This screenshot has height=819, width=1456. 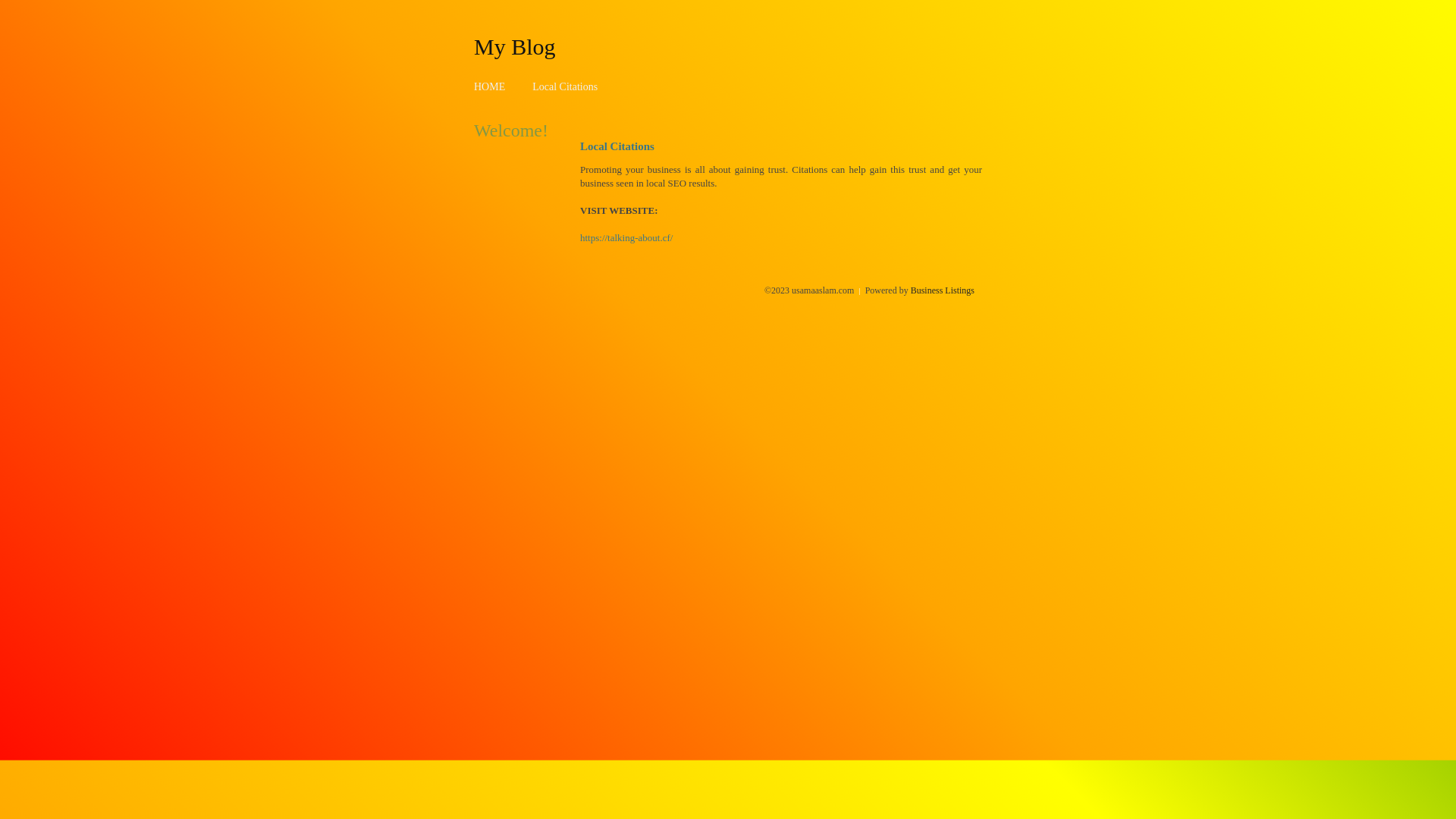 What do you see at coordinates (942, 290) in the screenshot?
I see `'Business Listings'` at bounding box center [942, 290].